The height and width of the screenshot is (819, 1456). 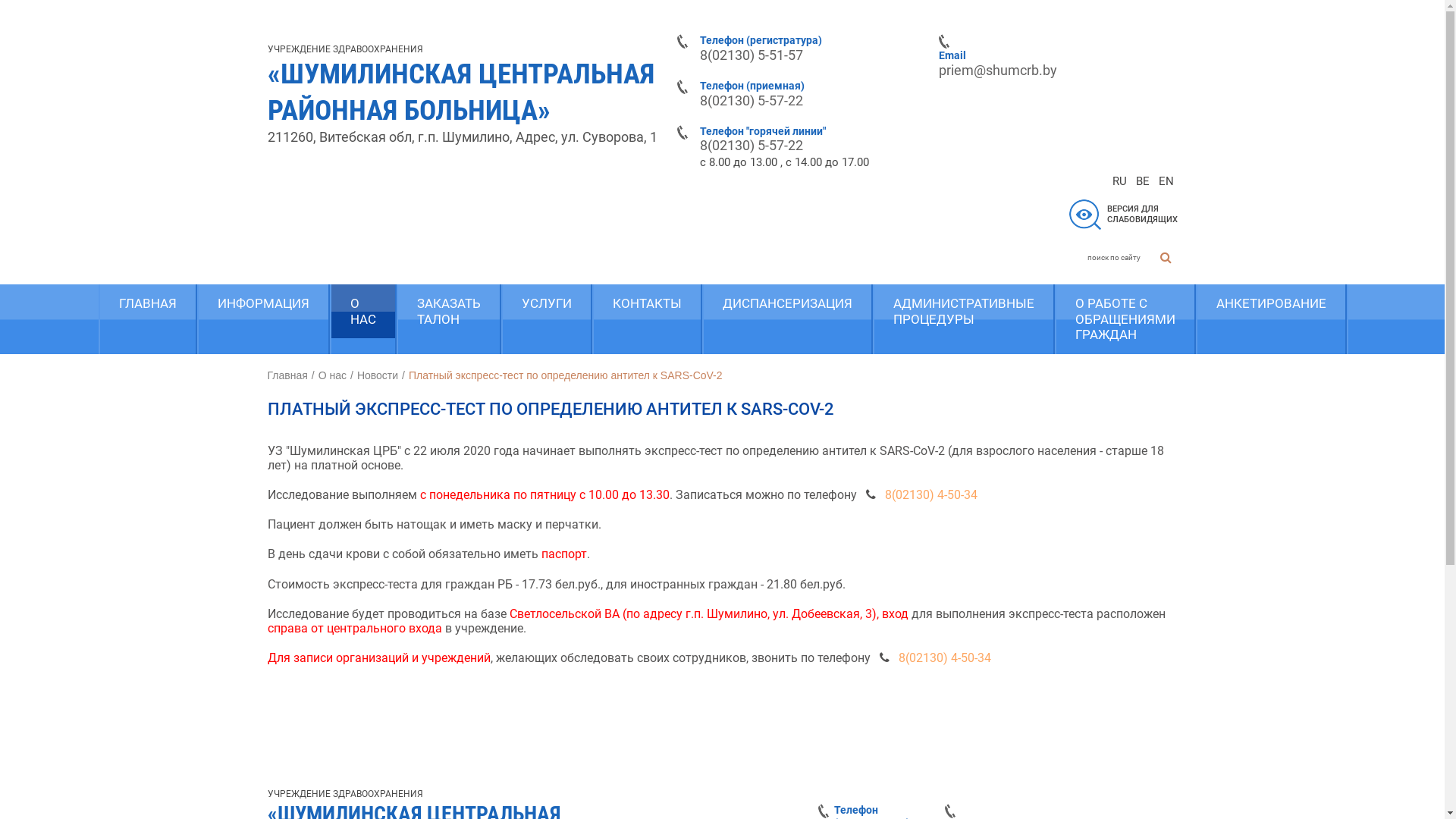 I want to click on 'RU', so click(x=1109, y=180).